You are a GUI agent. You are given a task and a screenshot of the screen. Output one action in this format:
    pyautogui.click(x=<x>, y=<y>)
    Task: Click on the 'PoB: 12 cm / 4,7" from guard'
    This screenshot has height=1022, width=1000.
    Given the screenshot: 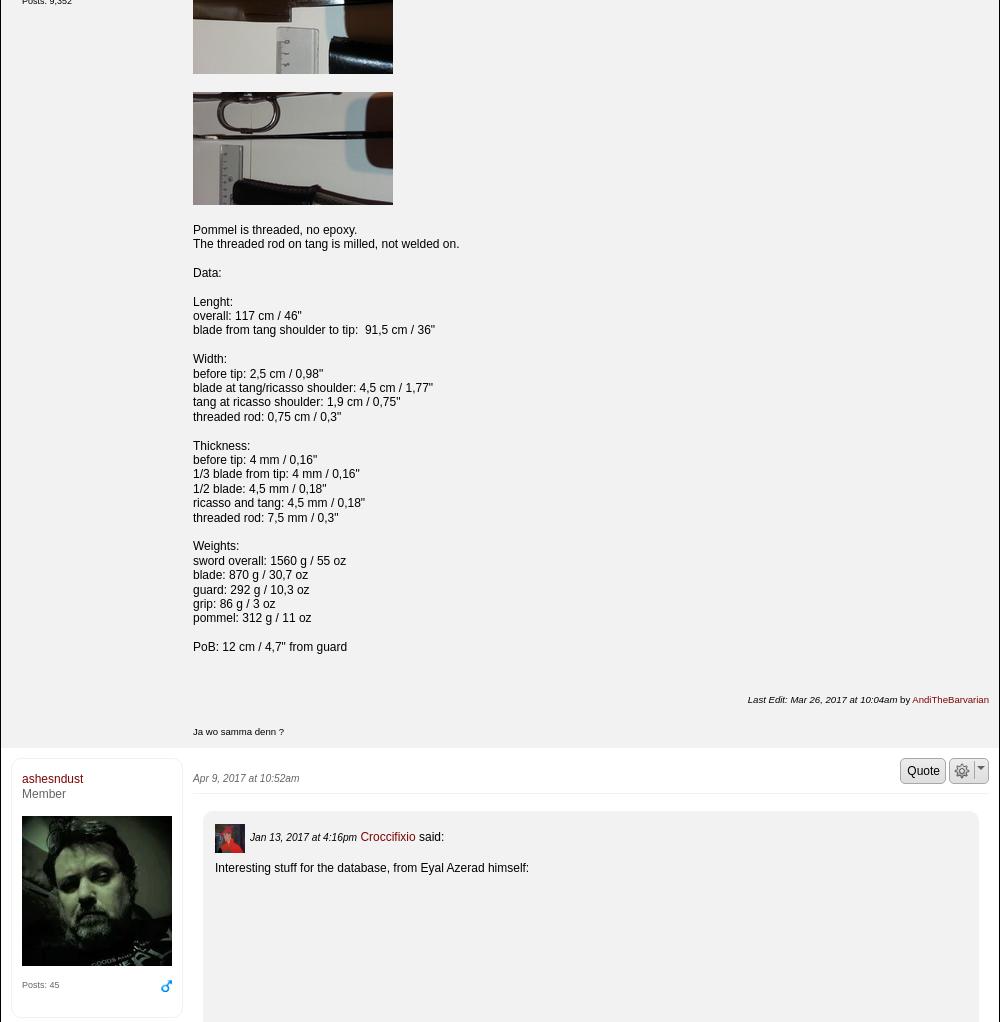 What is the action you would take?
    pyautogui.click(x=270, y=647)
    